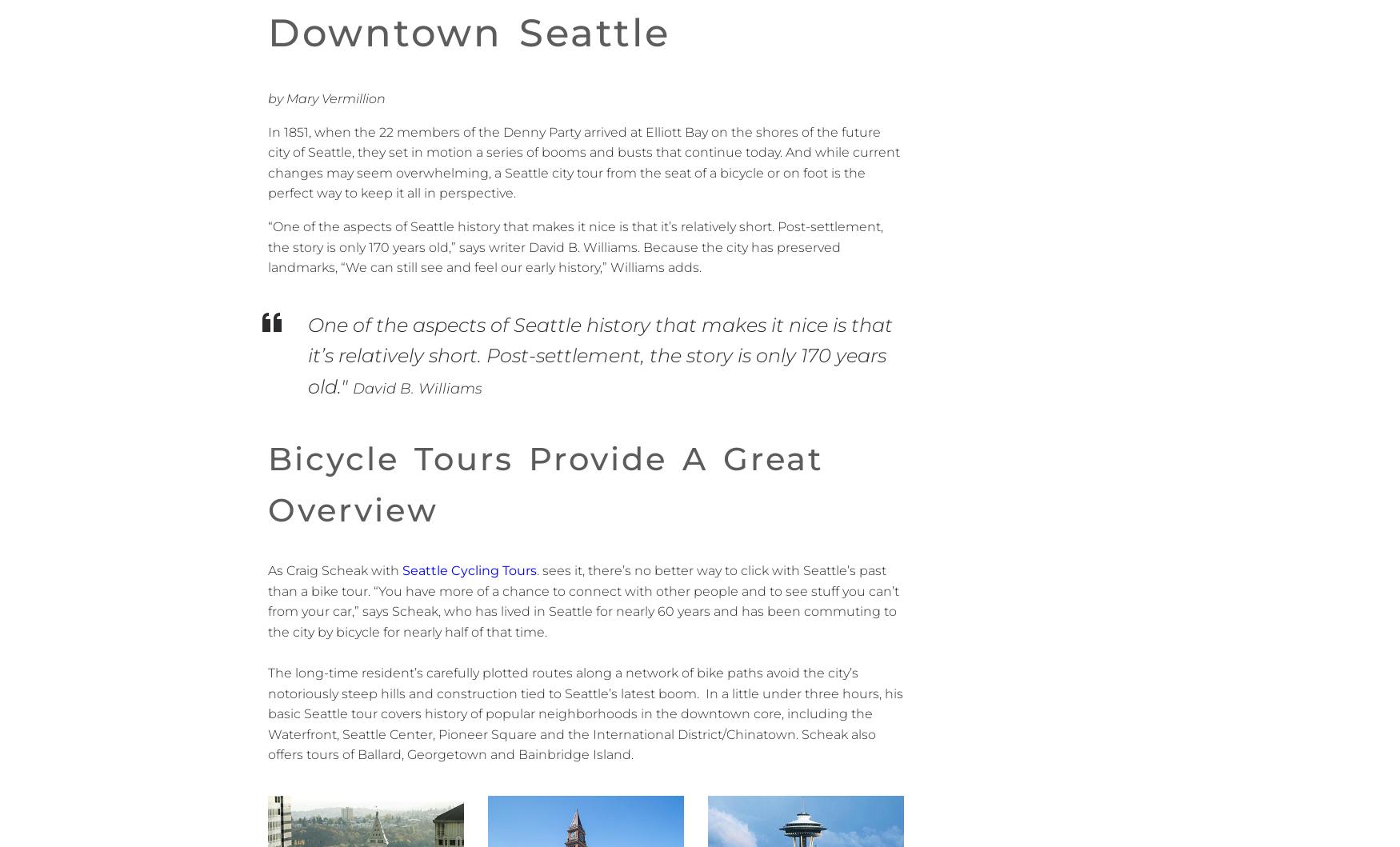 This screenshot has height=847, width=1400. I want to click on '“One of the aspects of Seattle history that makes it nice is that it’s relatively short. Post-settlement, the story is only 170 years old,” says writer David B. Williams. Because the city has preserved landmarks, “We can still see and feel our early history,” Williams adds.', so click(575, 247).